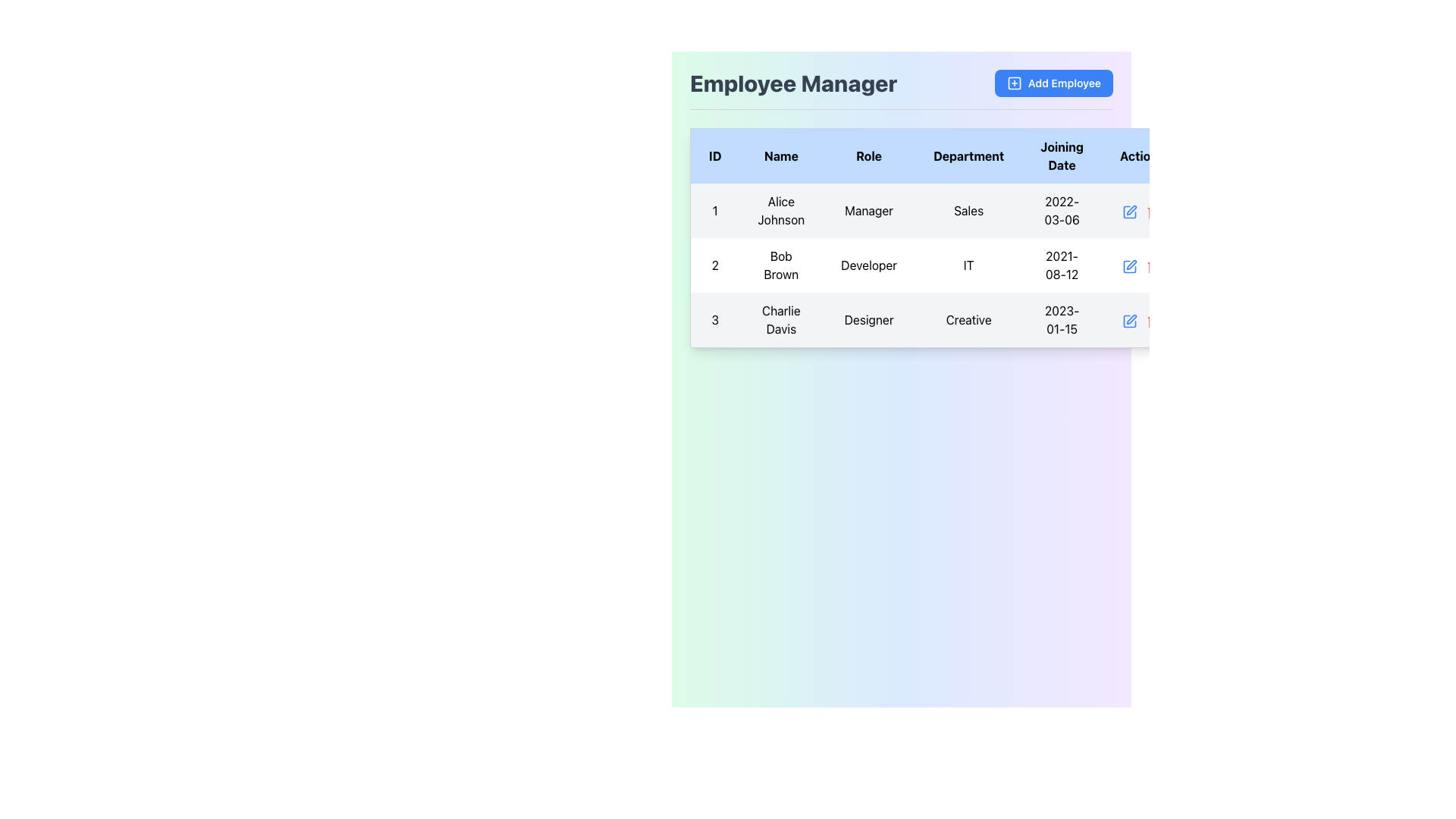 The image size is (1456, 819). I want to click on the Decorative Graphic within the pencil-and-square icon in the 'Actions' column of the third row for 'Charlie Davis', so click(1130, 320).